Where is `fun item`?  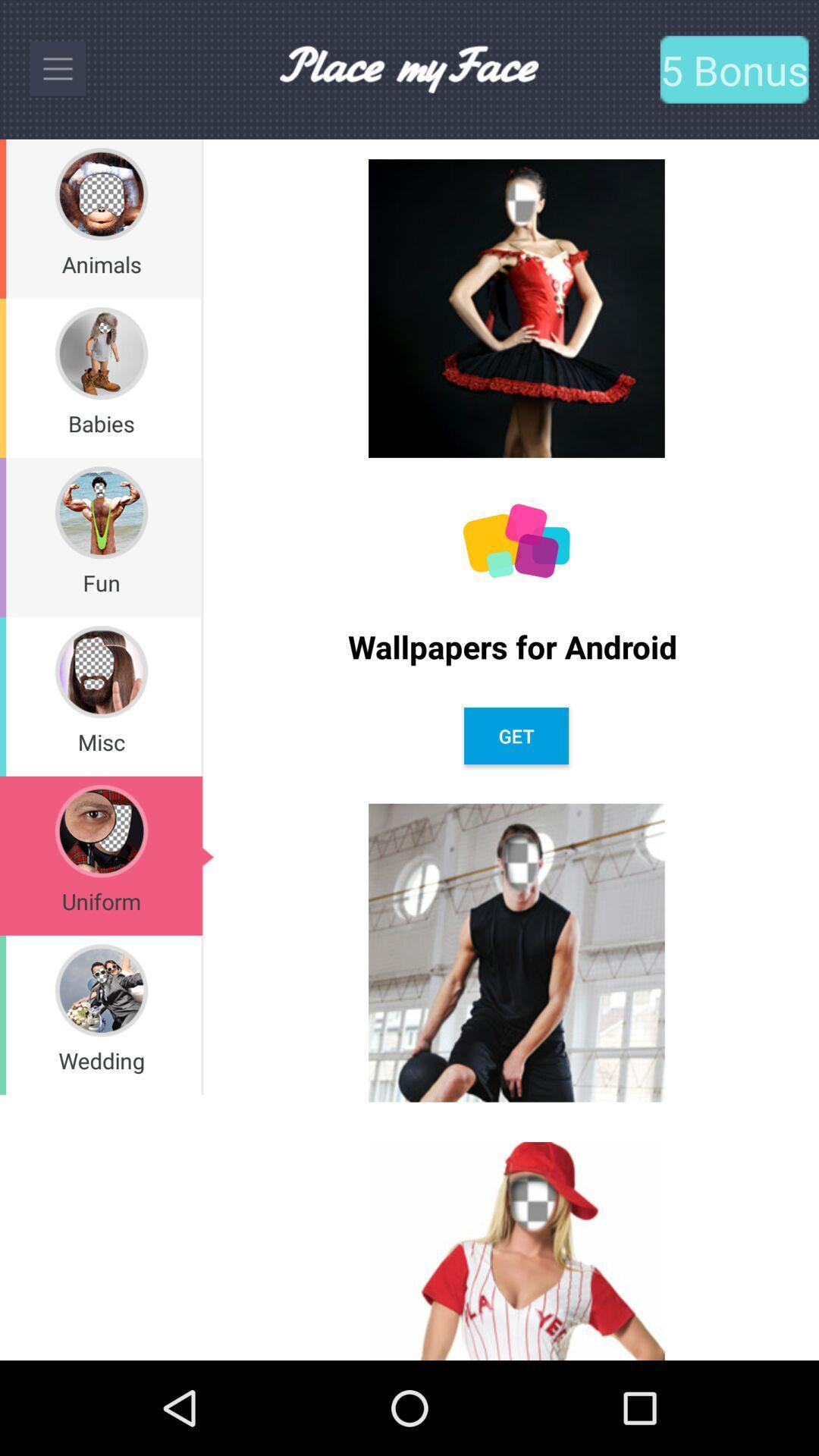
fun item is located at coordinates (102, 582).